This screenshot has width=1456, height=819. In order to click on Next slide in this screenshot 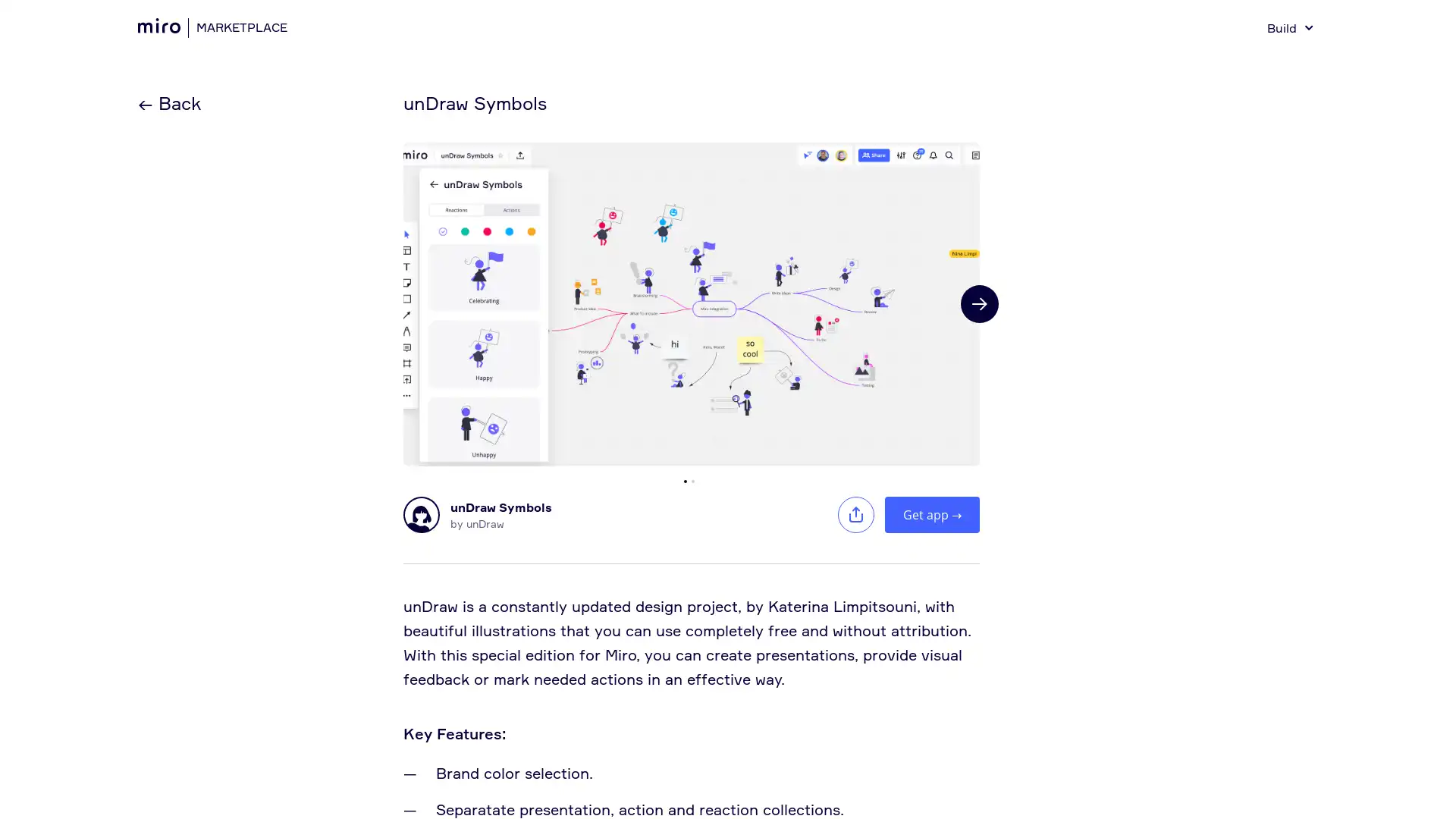, I will do `click(979, 304)`.